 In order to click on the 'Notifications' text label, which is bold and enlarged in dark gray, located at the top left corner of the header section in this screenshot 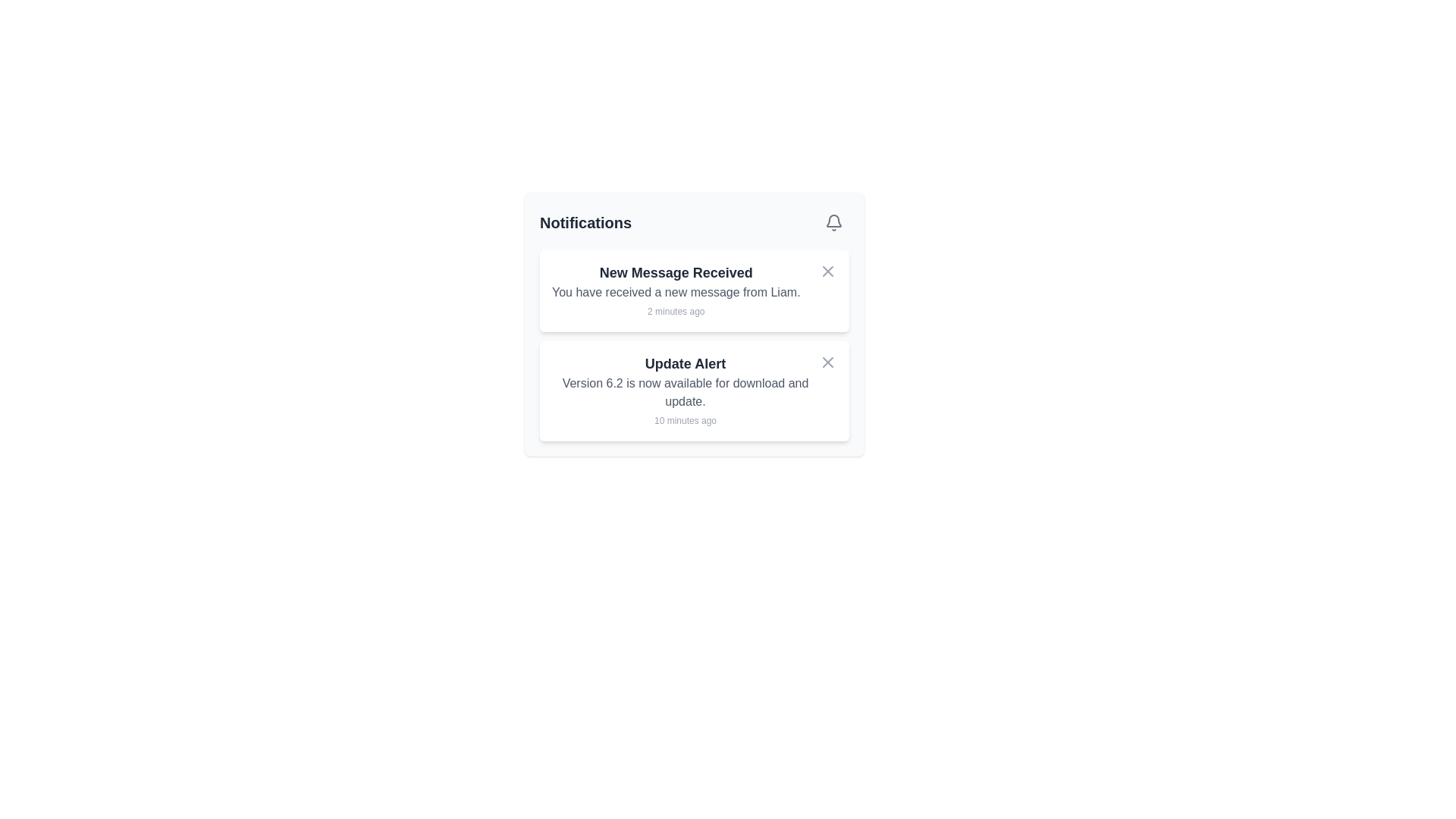, I will do `click(585, 222)`.